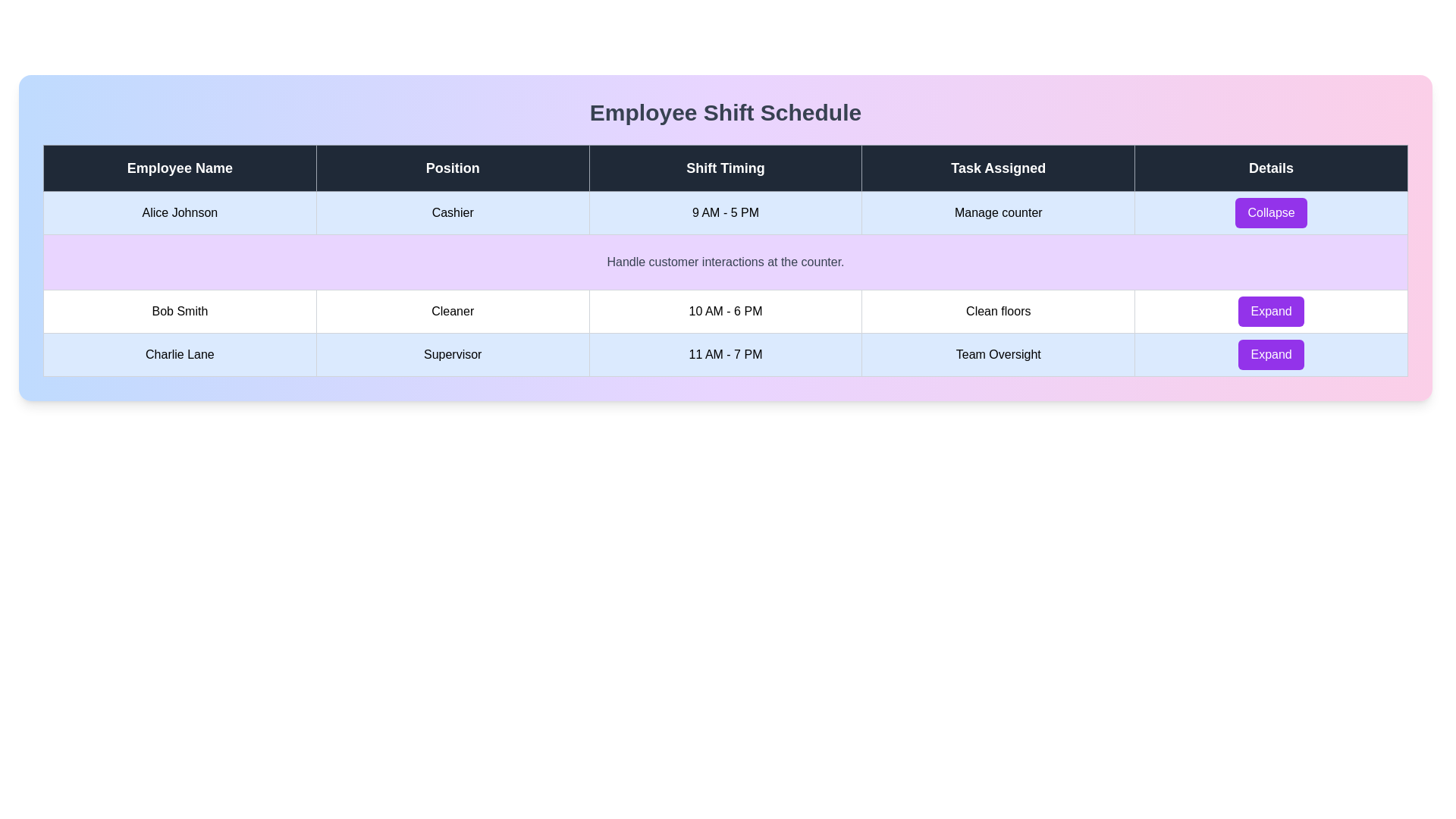 This screenshot has width=1456, height=819. I want to click on the 'Details' button located in the last column of the row corresponding to 'Charlie Lane's' shift details for keyboard navigation, so click(1271, 354).